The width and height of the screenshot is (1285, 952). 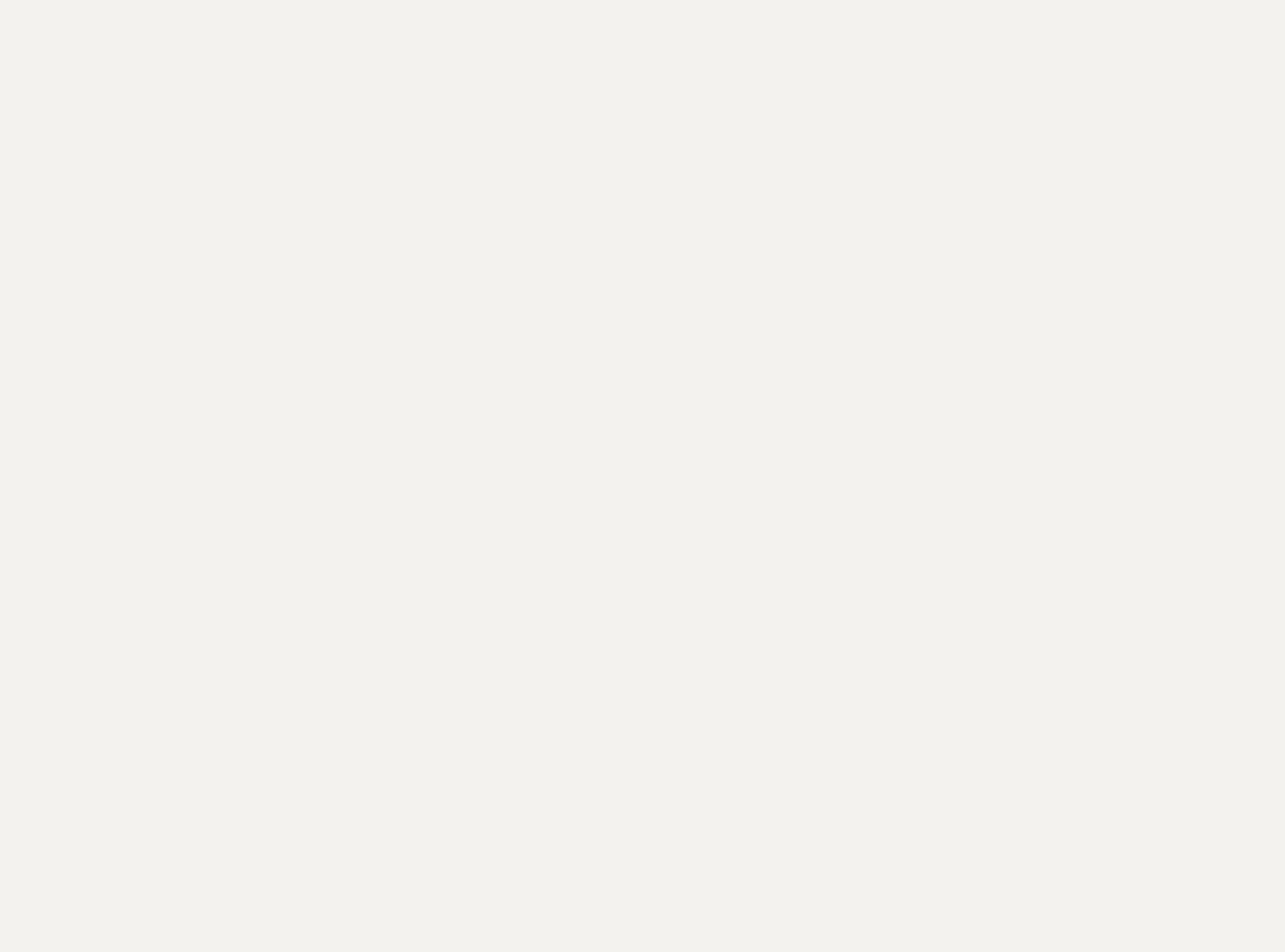 What do you see at coordinates (544, 195) in the screenshot?
I see `'You'll be able to save on "the Best Books of the Year" — including BookTok favourites — along with home decor, stationery, kids toys, holiday products and more.'` at bounding box center [544, 195].